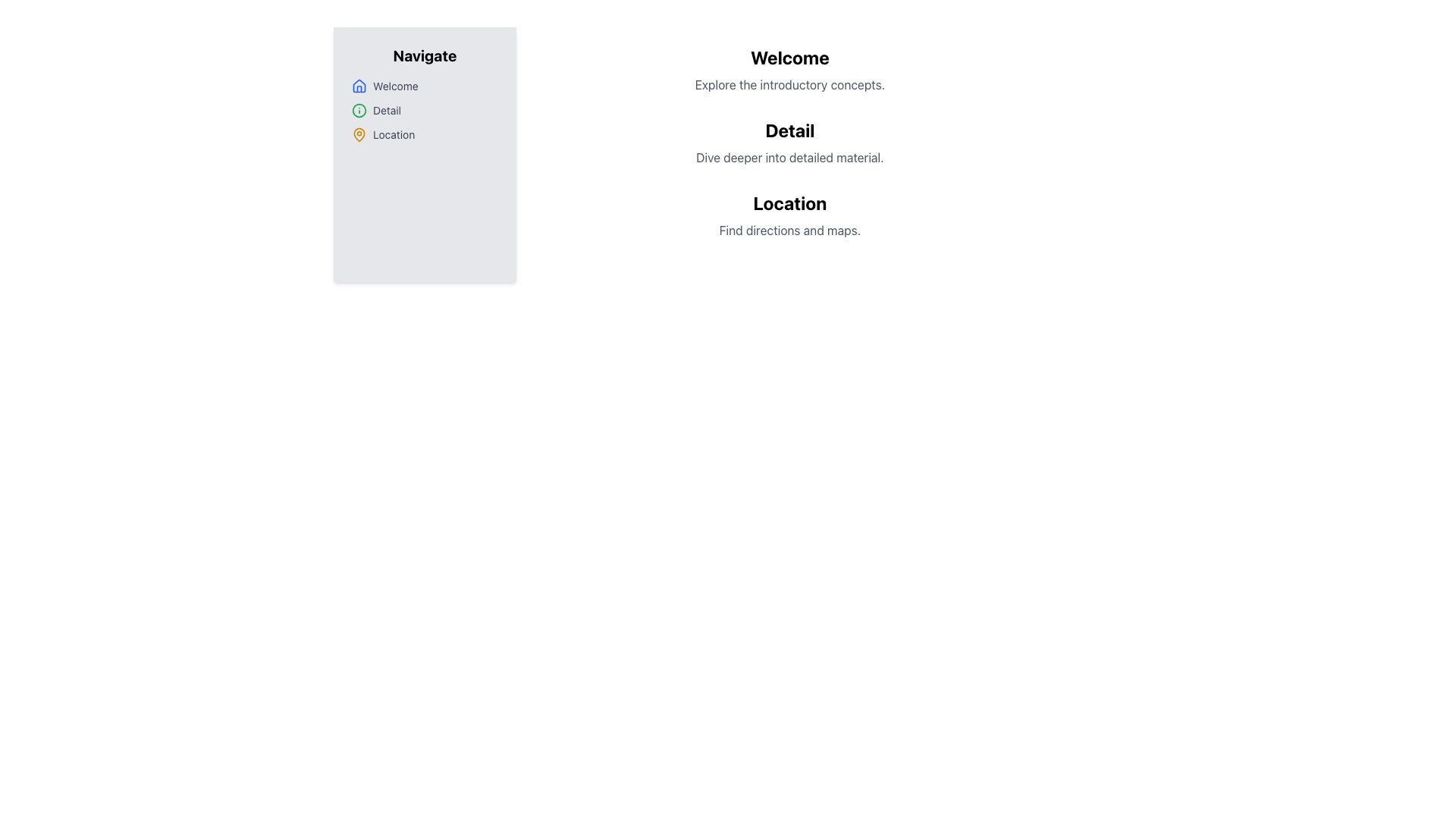 This screenshot has width=1456, height=819. I want to click on the yellow map pin icon located in the left-side navigation panel, adjacent to the text label 'Location', so click(359, 133).